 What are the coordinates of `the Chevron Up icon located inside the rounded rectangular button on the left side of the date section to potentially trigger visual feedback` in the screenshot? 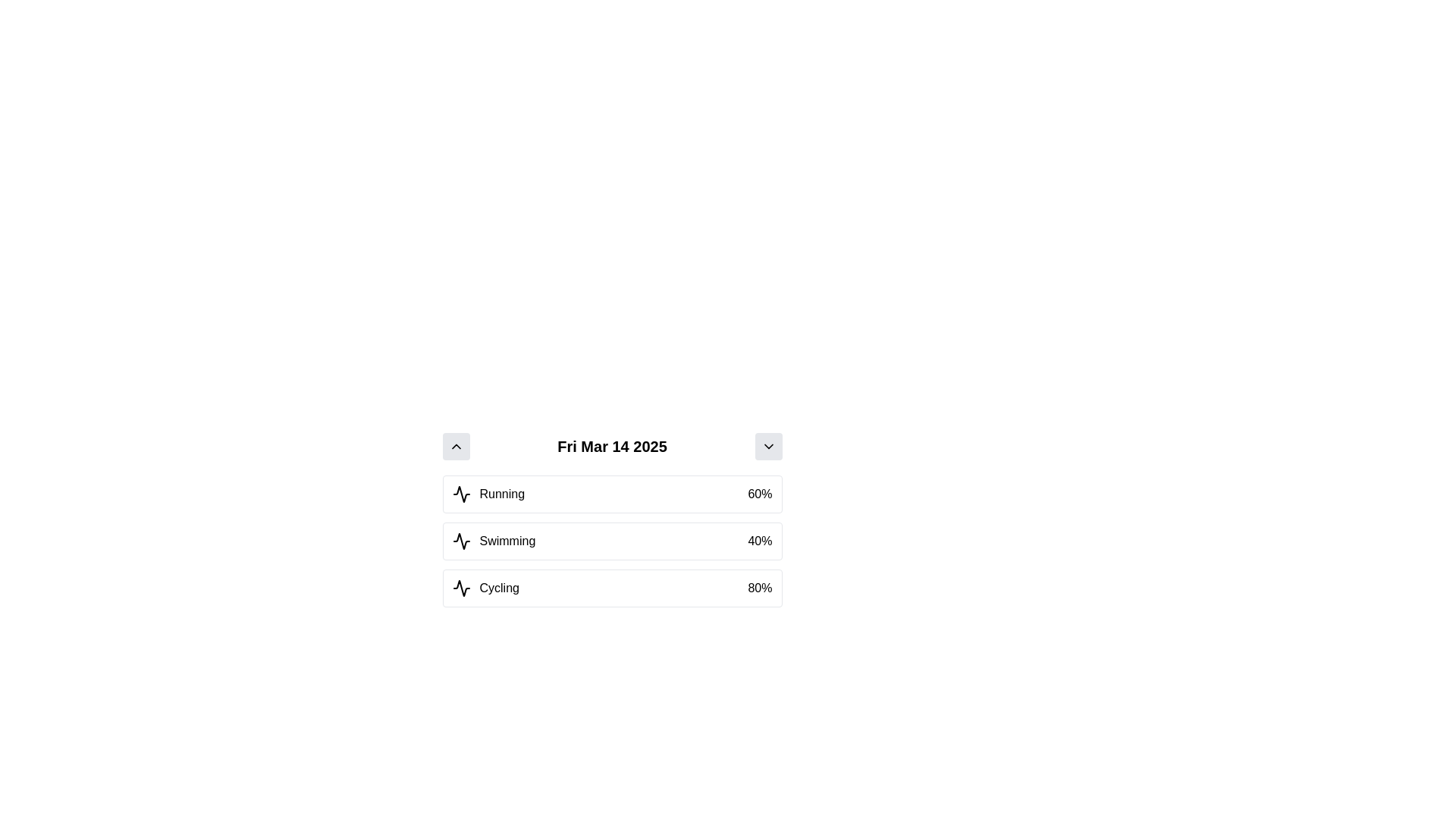 It's located at (455, 446).